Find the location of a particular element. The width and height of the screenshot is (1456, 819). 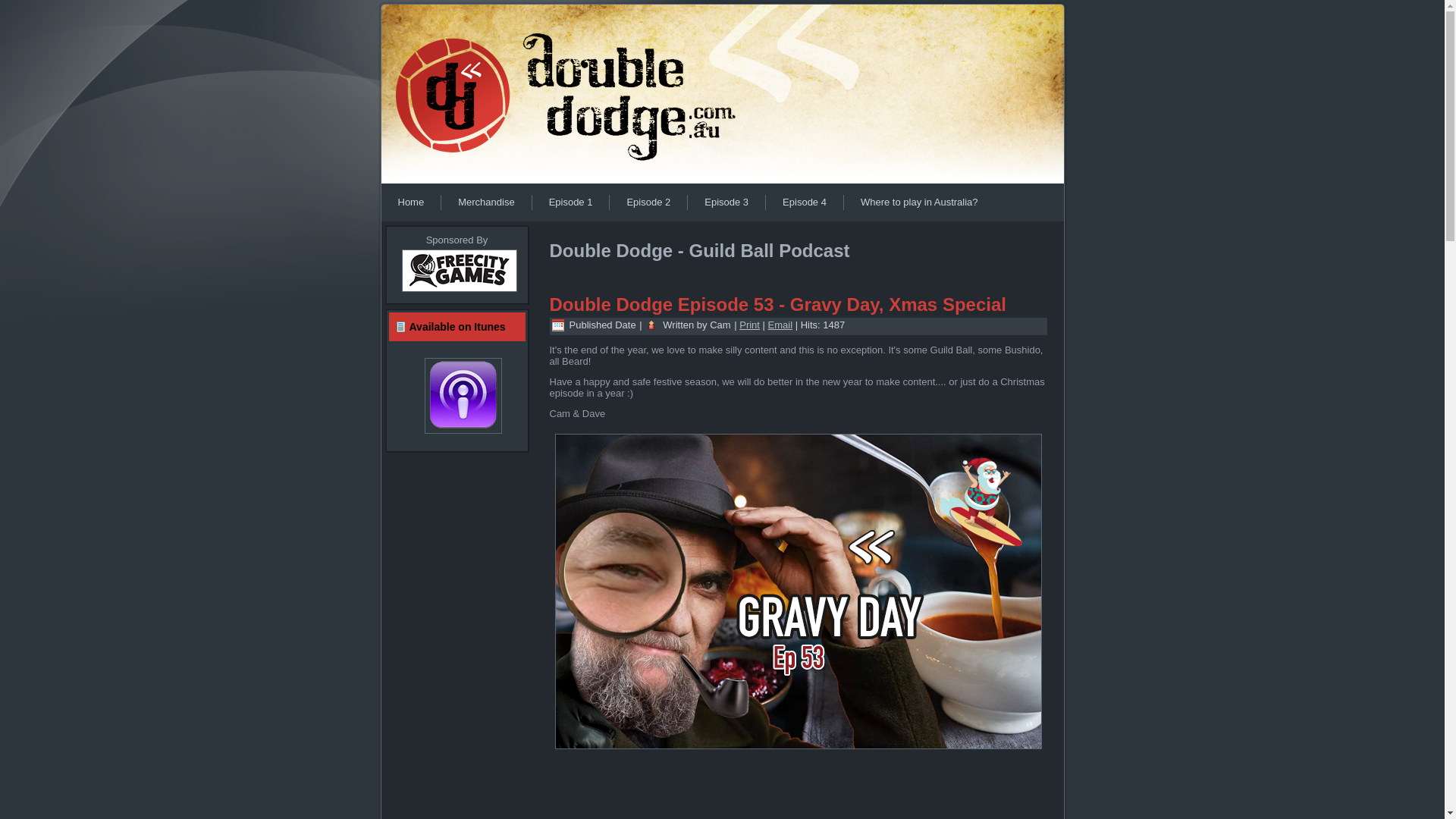

'Where to play in Australia?' is located at coordinates (918, 201).